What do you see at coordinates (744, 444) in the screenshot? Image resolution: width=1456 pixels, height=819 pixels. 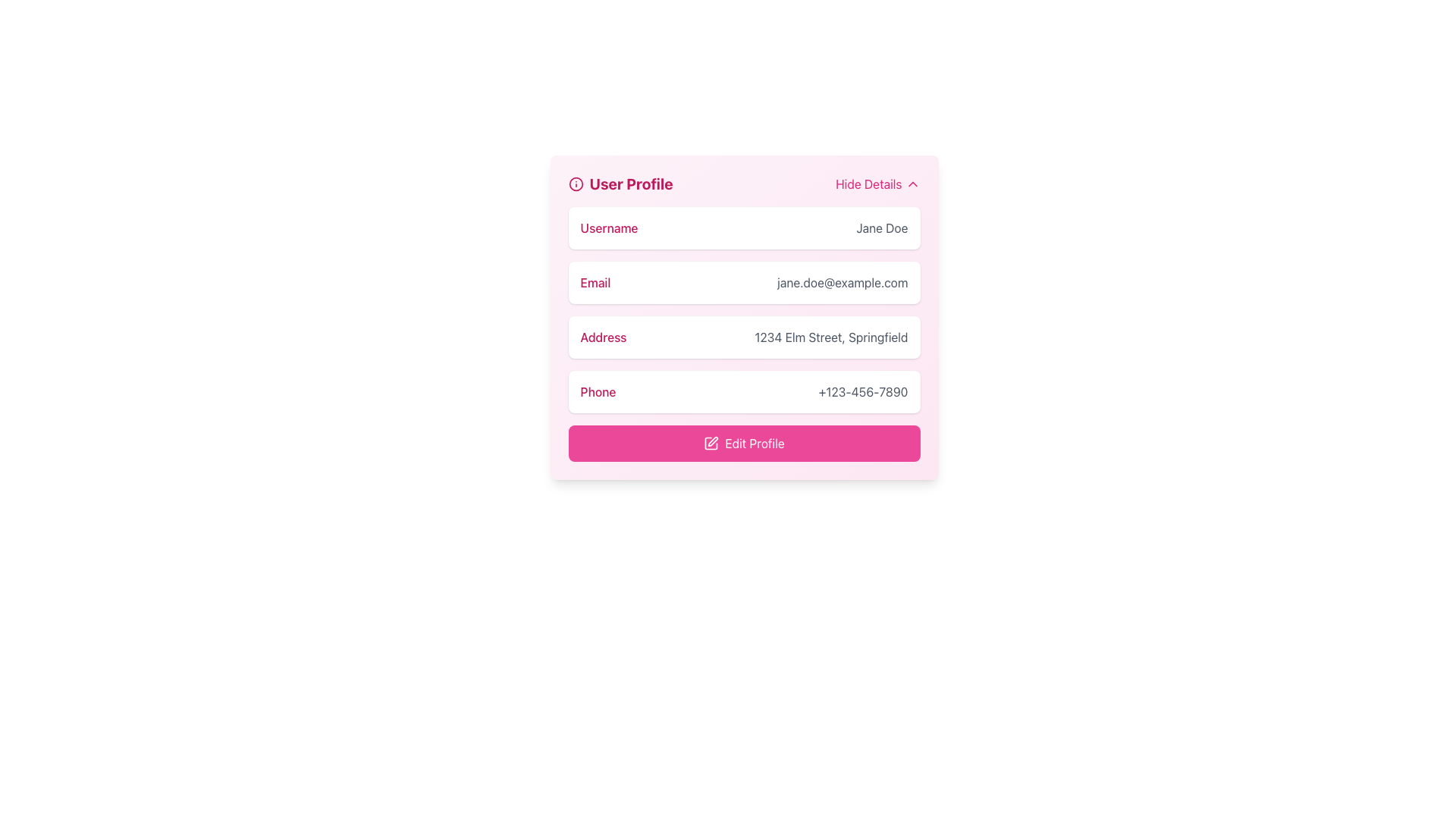 I see `the pink 'Edit Profile' button with rounded edges and white text to observe its hover effects` at bounding box center [744, 444].